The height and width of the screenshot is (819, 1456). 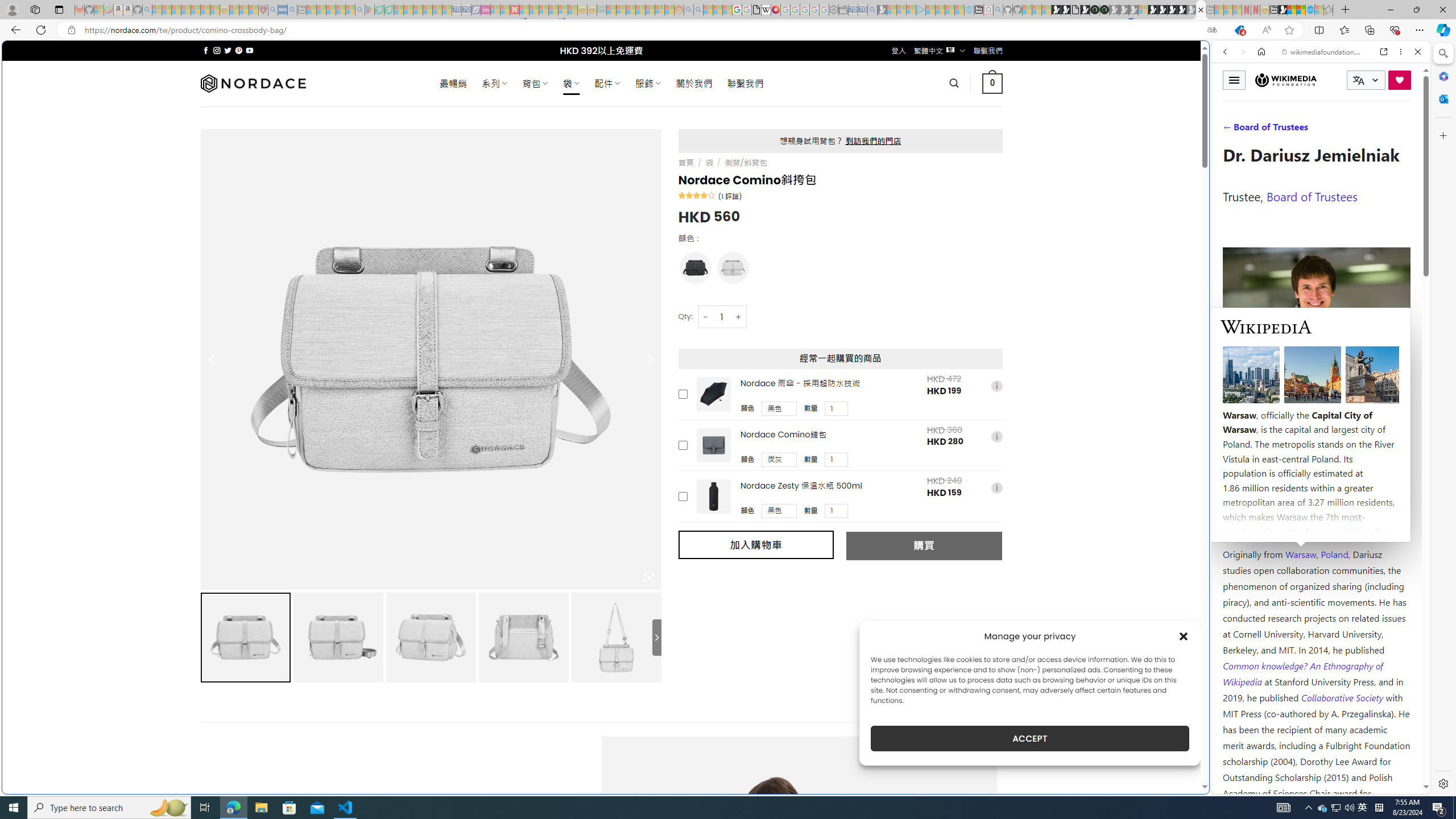 What do you see at coordinates (1335, 553) in the screenshot?
I see `'Poland'` at bounding box center [1335, 553].